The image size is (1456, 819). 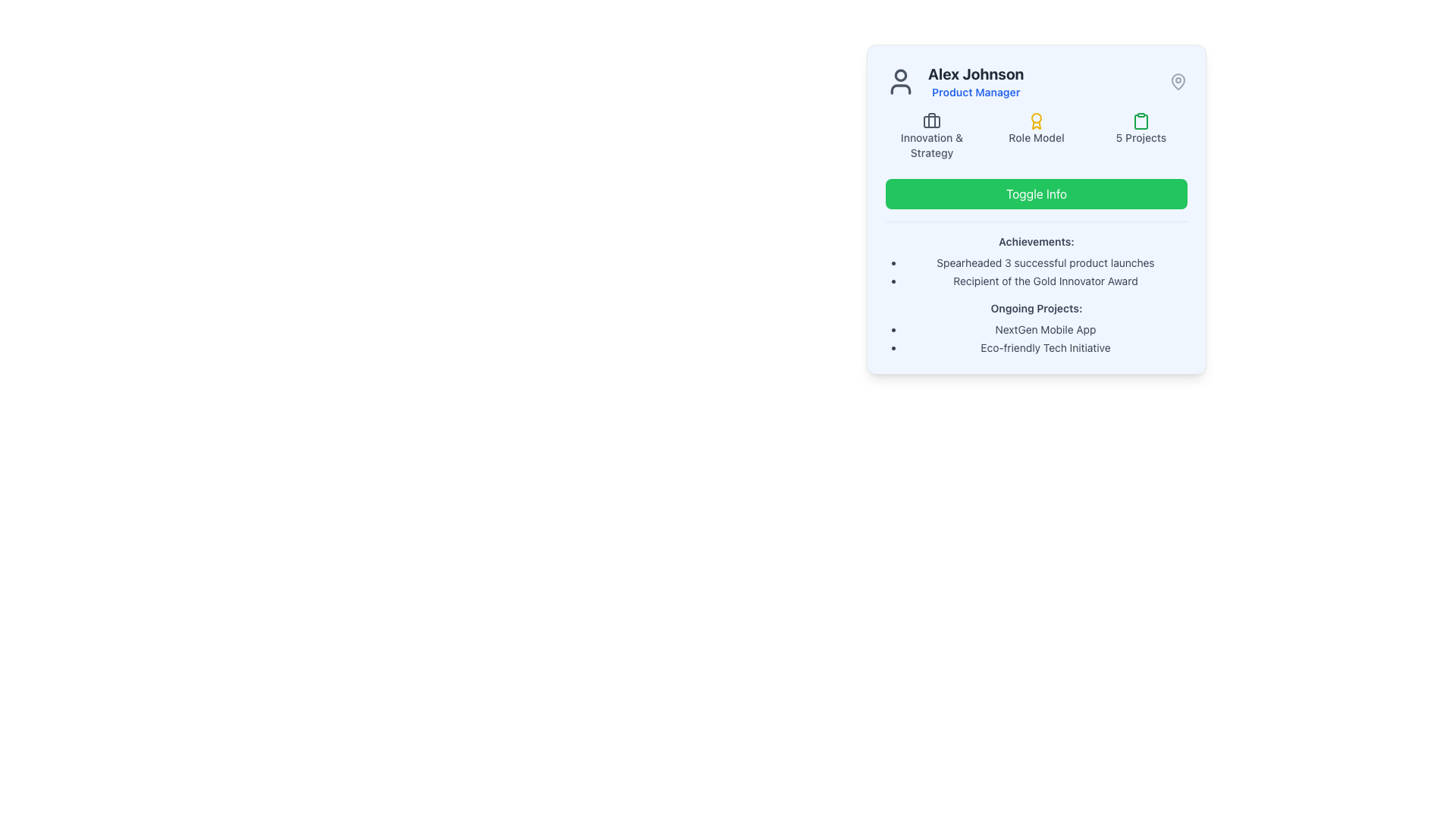 What do you see at coordinates (930, 121) in the screenshot?
I see `the rectangular decorative element within the briefcase icon located in the top left area of the interface` at bounding box center [930, 121].